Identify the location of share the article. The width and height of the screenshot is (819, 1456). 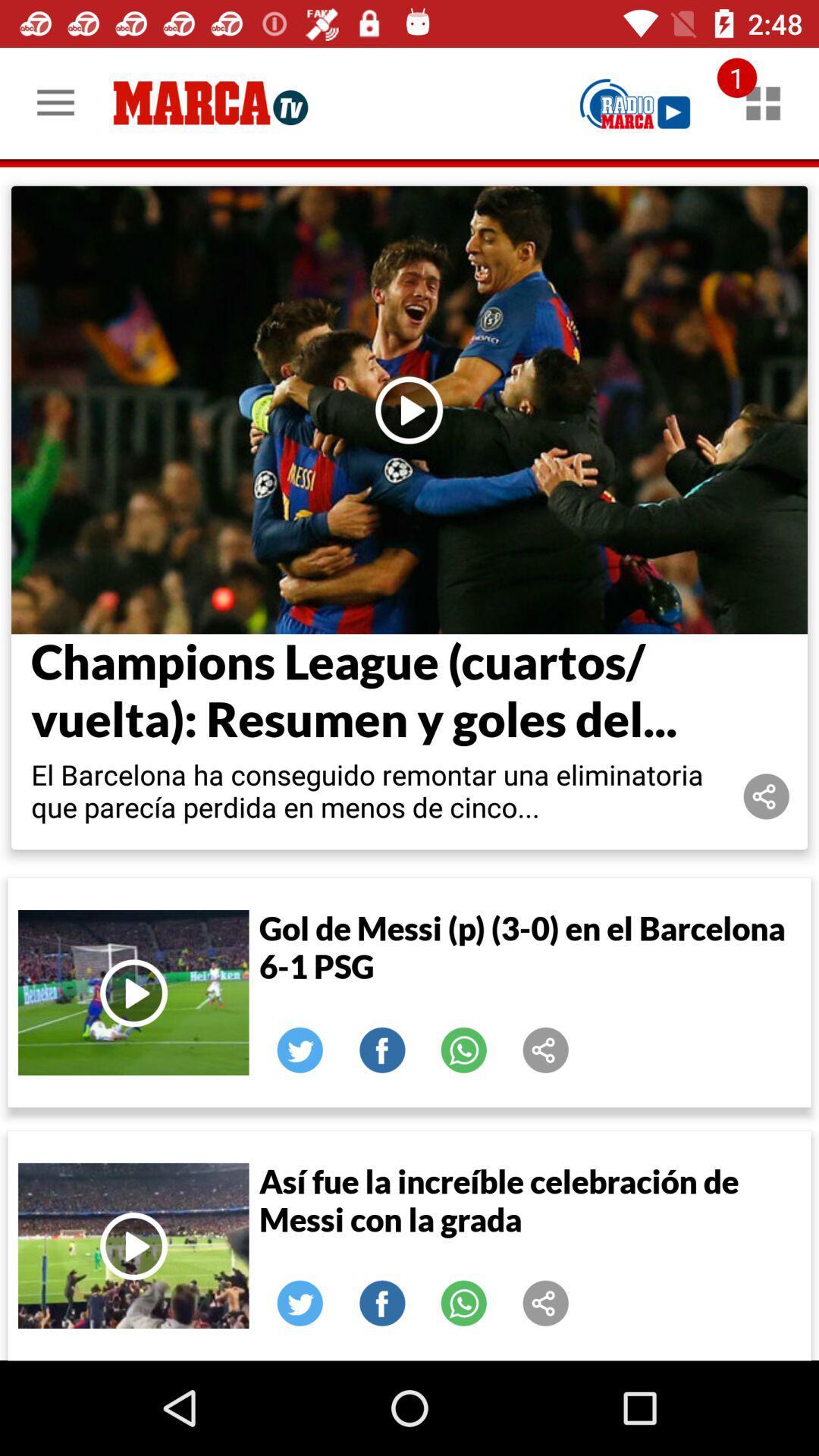
(546, 1050).